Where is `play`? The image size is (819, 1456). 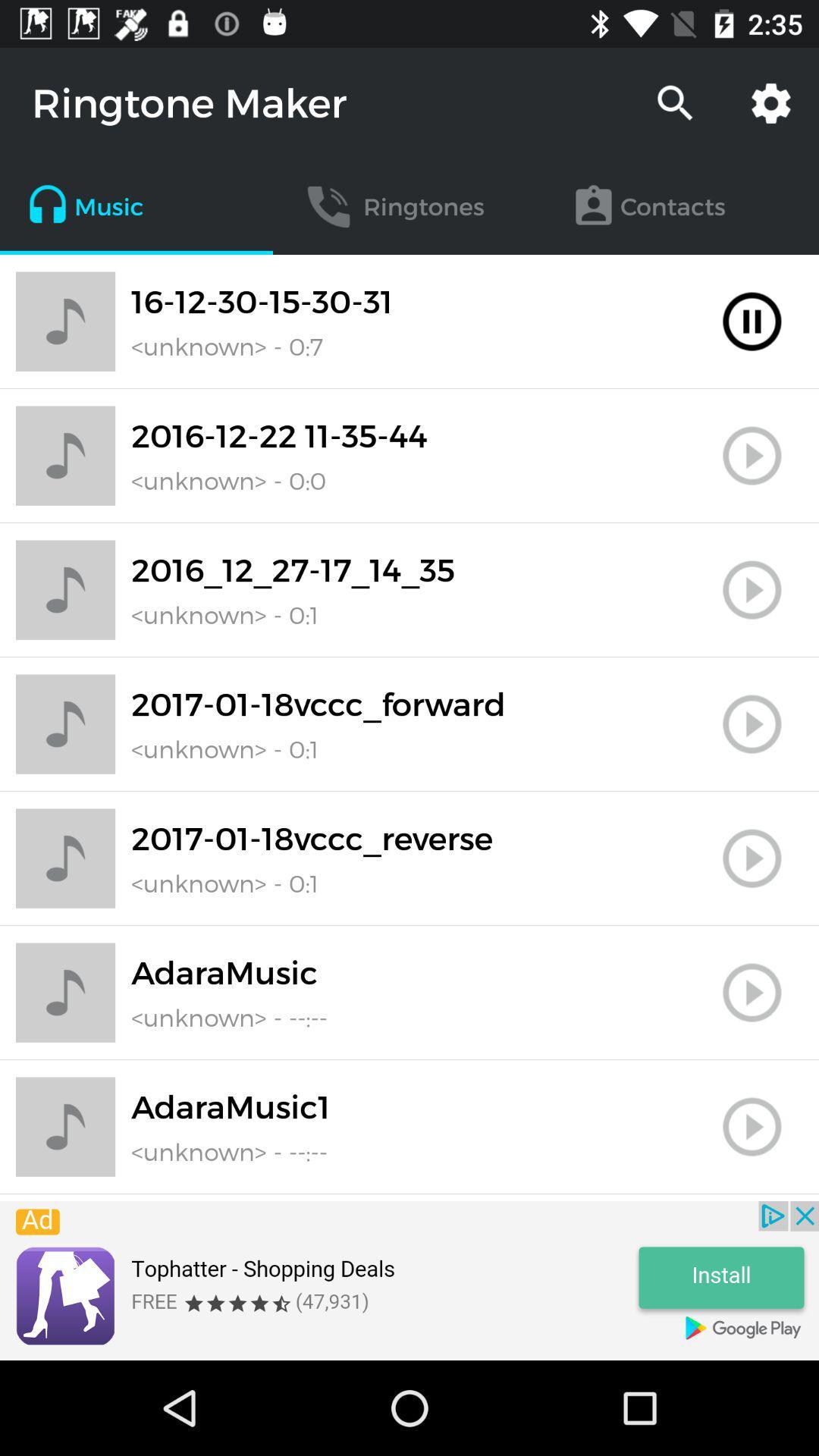
play is located at coordinates (752, 589).